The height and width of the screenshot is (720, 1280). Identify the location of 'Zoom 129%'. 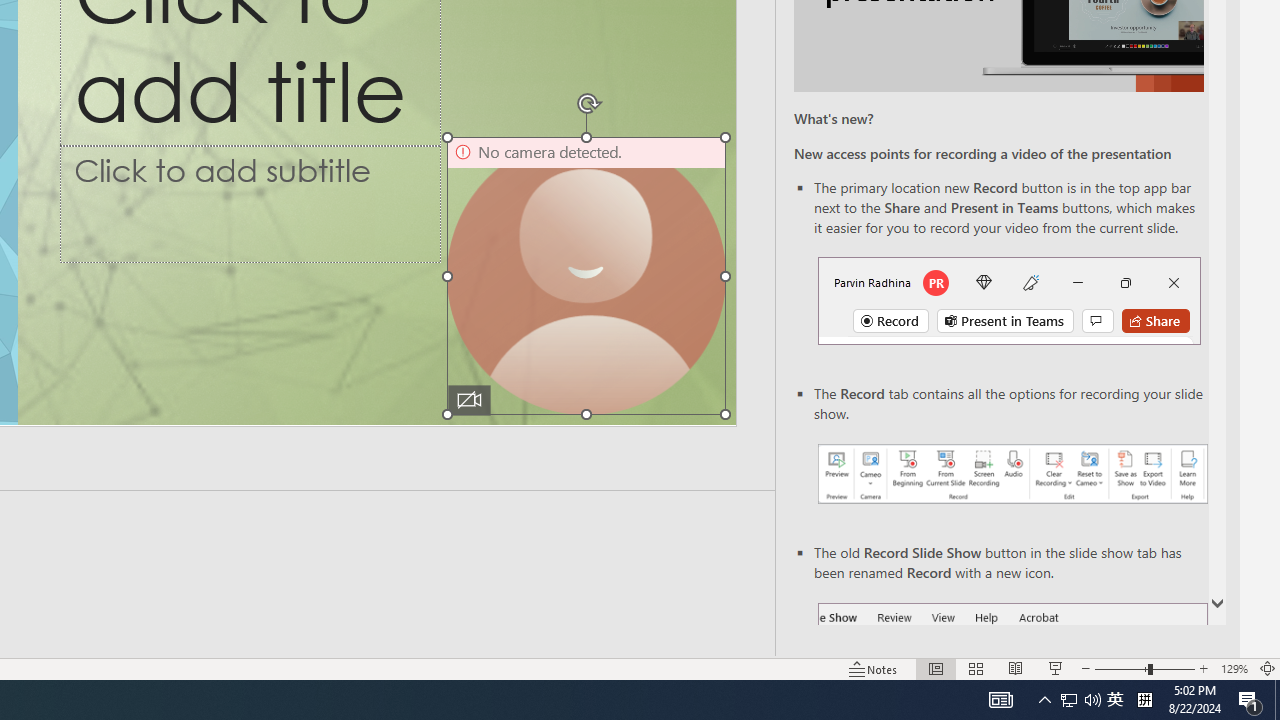
(1233, 669).